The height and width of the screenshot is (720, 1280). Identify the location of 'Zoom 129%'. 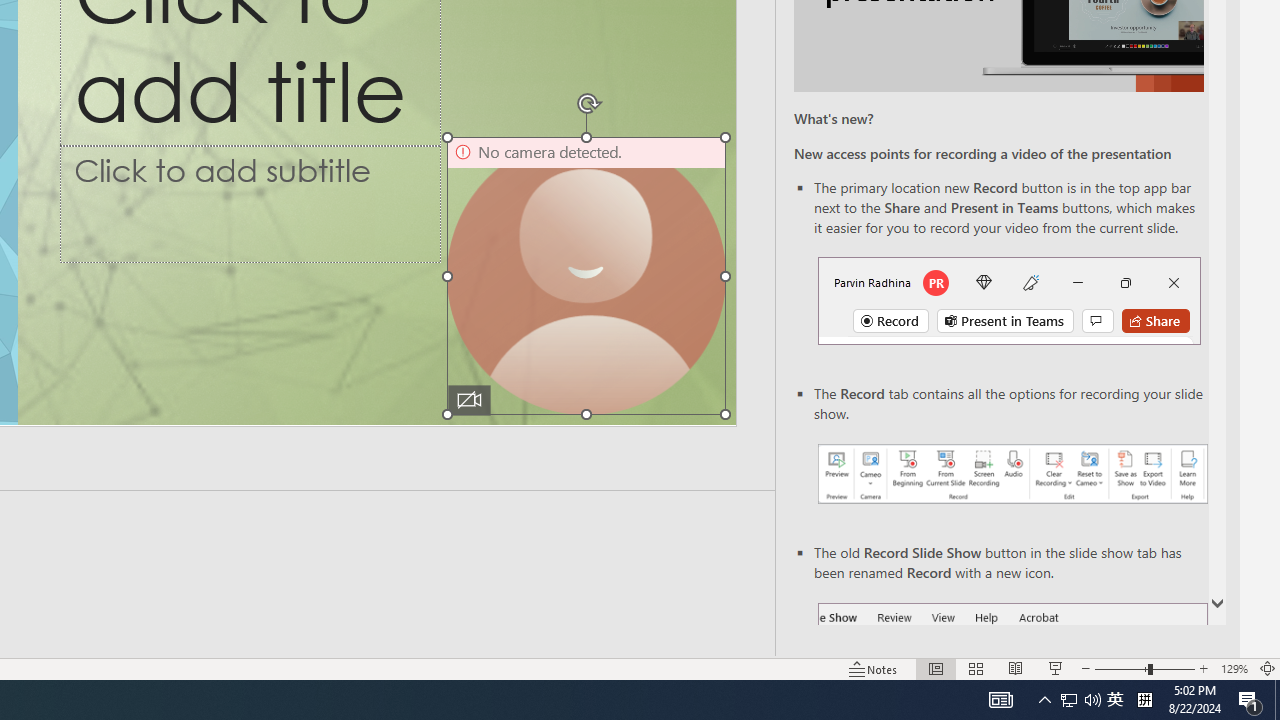
(1233, 669).